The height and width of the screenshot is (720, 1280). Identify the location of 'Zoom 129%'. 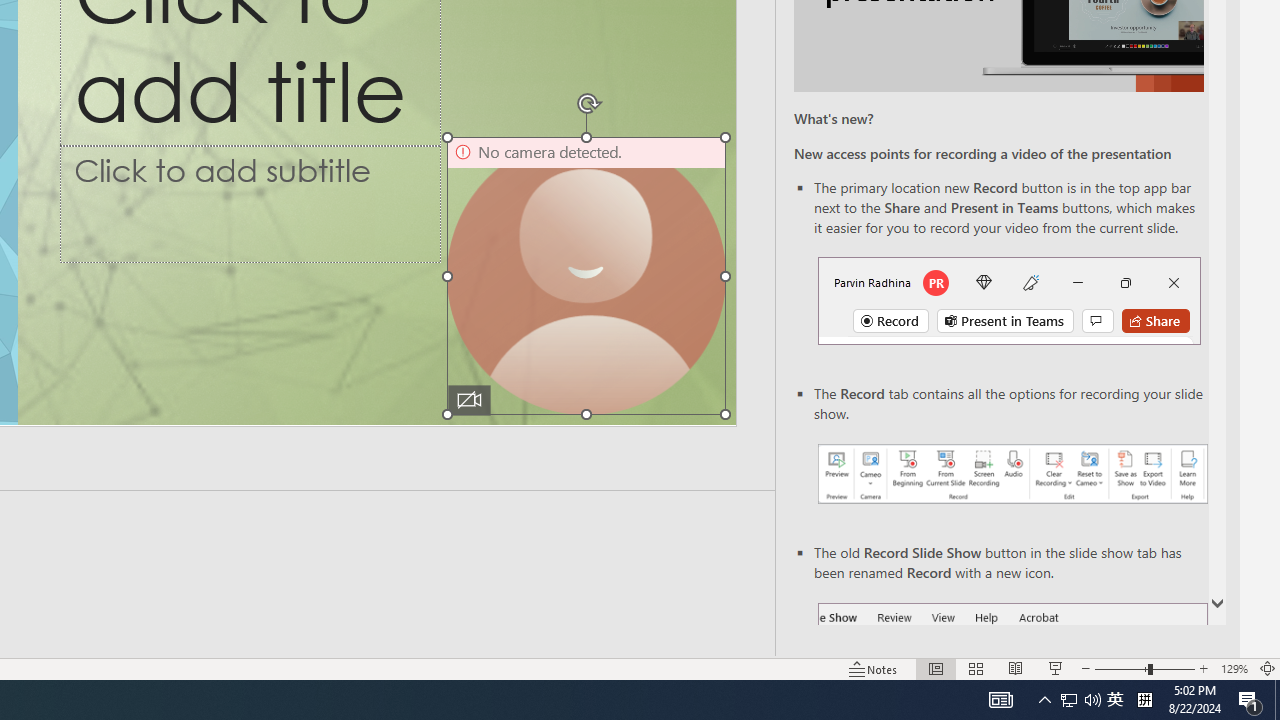
(1233, 669).